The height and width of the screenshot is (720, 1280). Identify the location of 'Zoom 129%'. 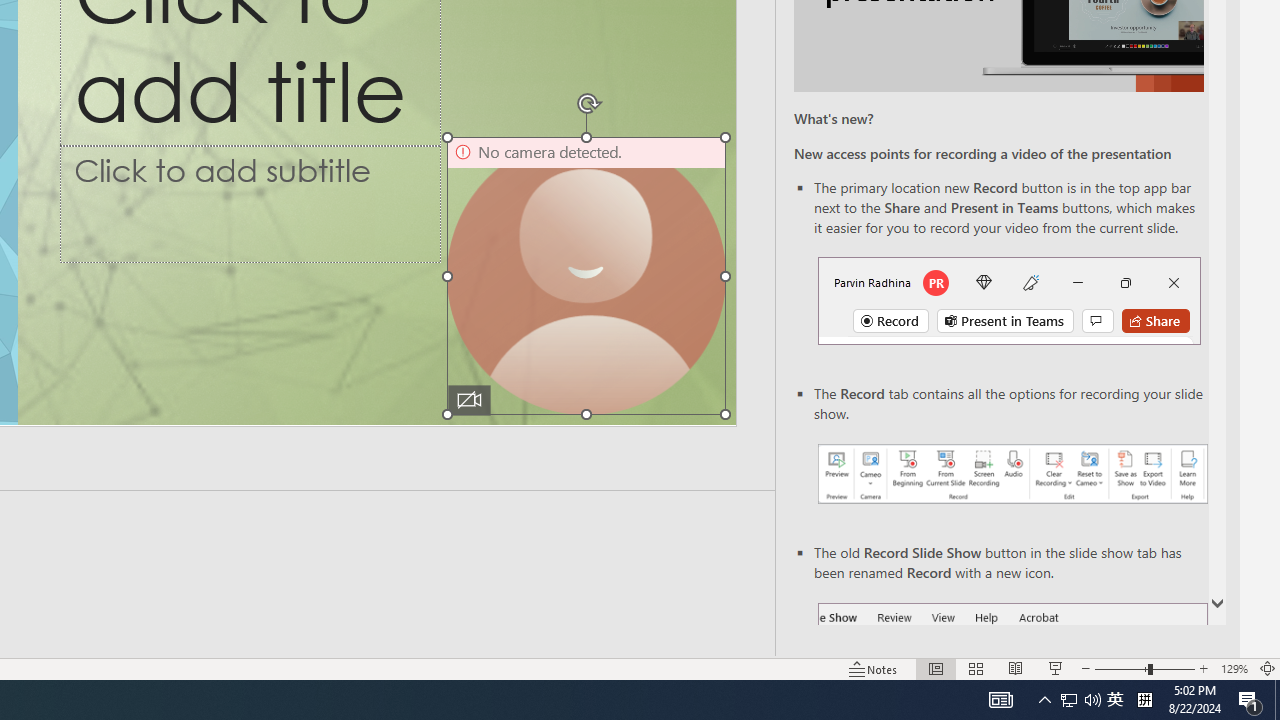
(1233, 669).